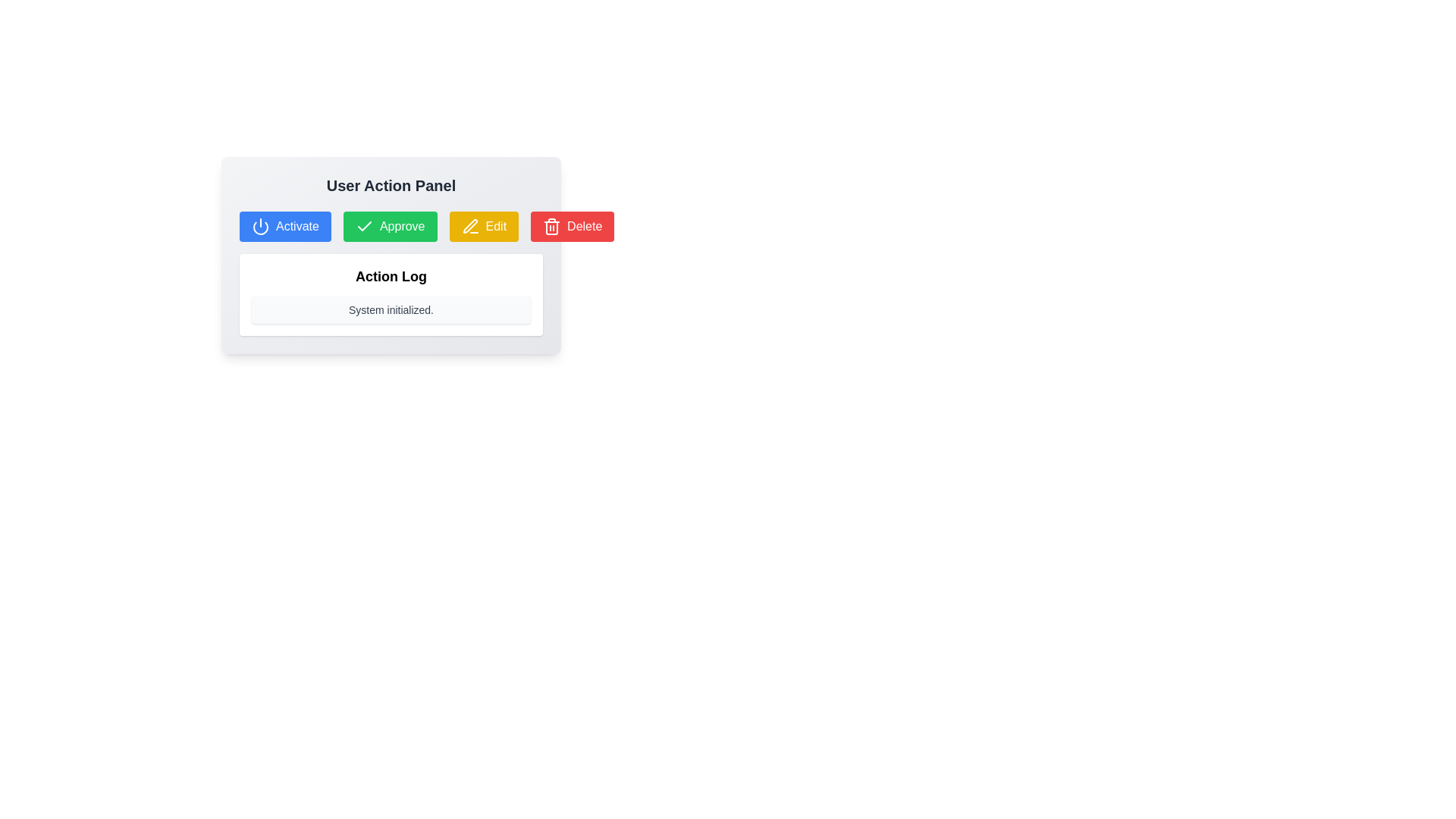  What do you see at coordinates (391, 274) in the screenshot?
I see `the 'Action Log' informational section which contains the title in bold and a message stating 'System initialized.'` at bounding box center [391, 274].